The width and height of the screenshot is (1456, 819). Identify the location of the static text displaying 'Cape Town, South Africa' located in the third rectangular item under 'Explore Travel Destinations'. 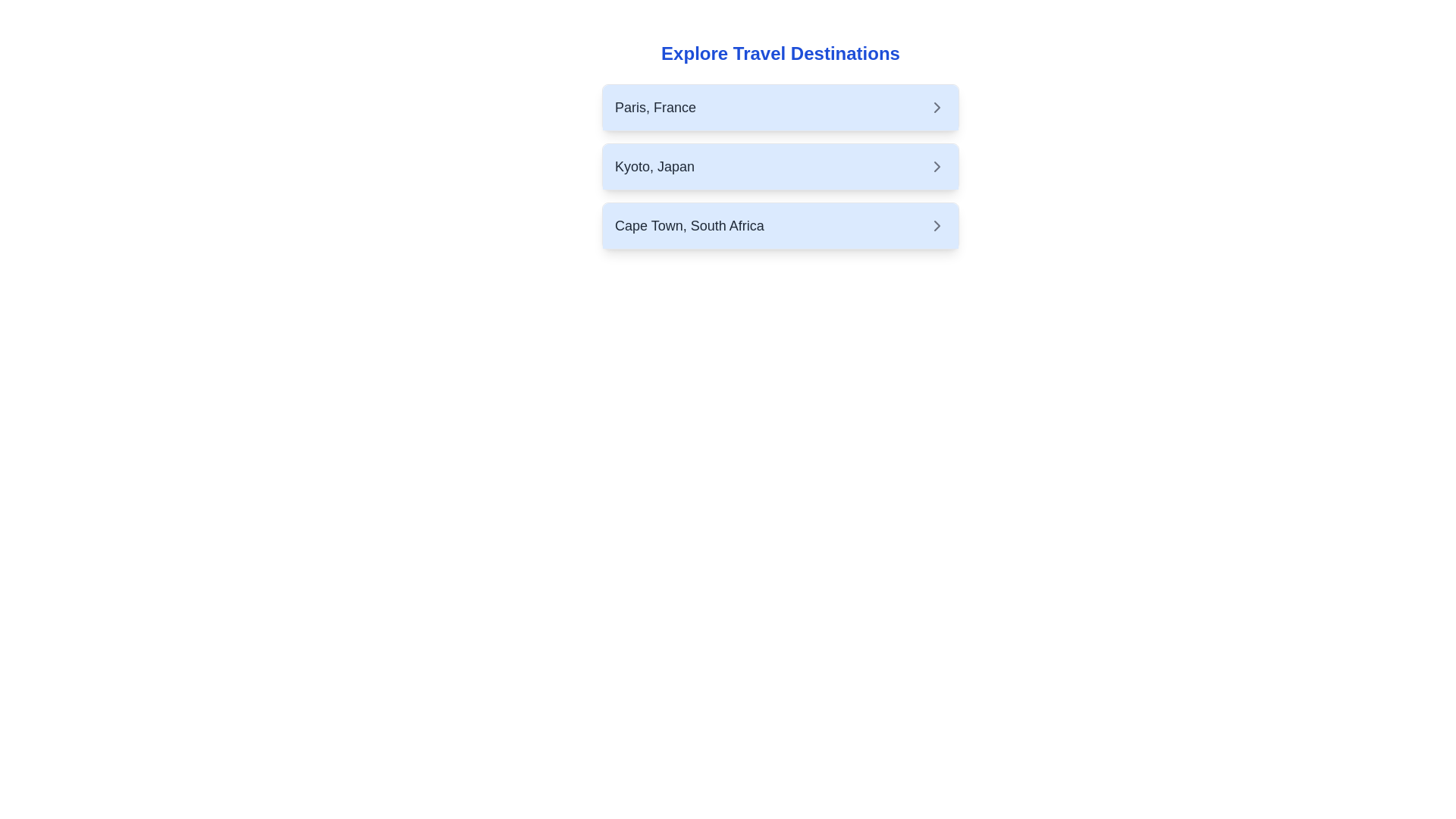
(689, 225).